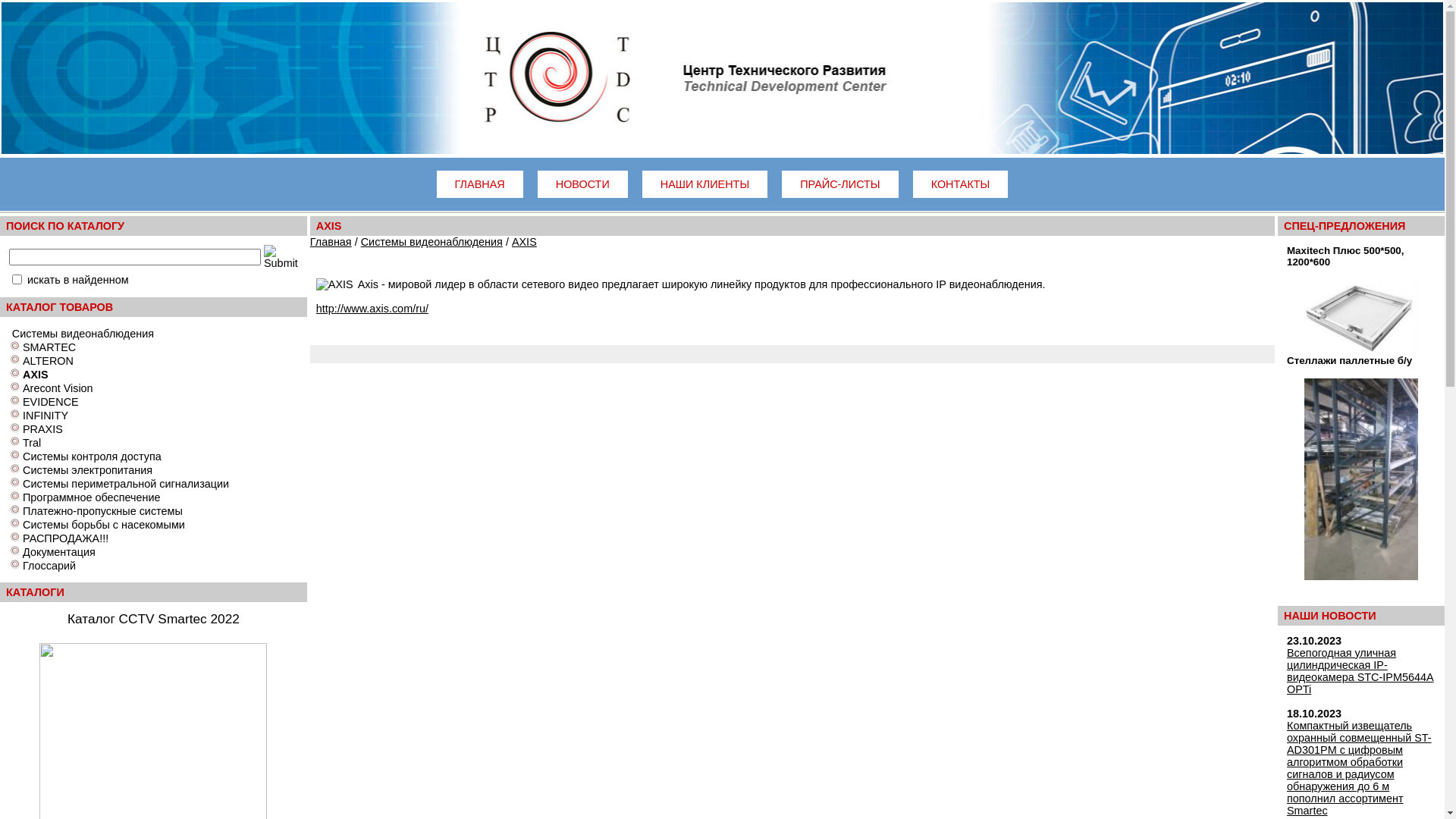  What do you see at coordinates (372, 308) in the screenshot?
I see `'http://www.axis.com/ru/'` at bounding box center [372, 308].